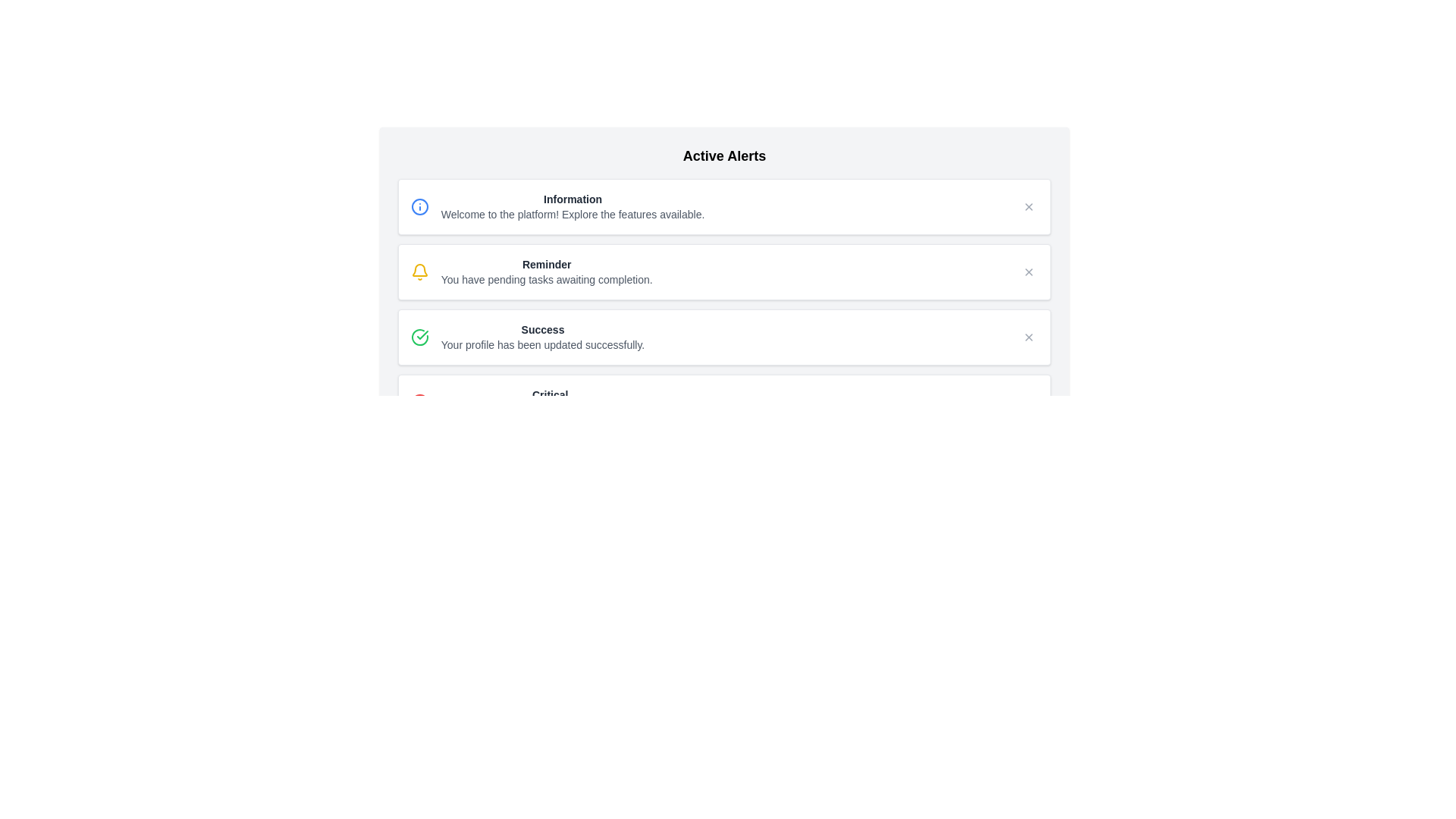  I want to click on the checkmark icon contained within a green circular border in the 'Success' notification section, so click(422, 334).